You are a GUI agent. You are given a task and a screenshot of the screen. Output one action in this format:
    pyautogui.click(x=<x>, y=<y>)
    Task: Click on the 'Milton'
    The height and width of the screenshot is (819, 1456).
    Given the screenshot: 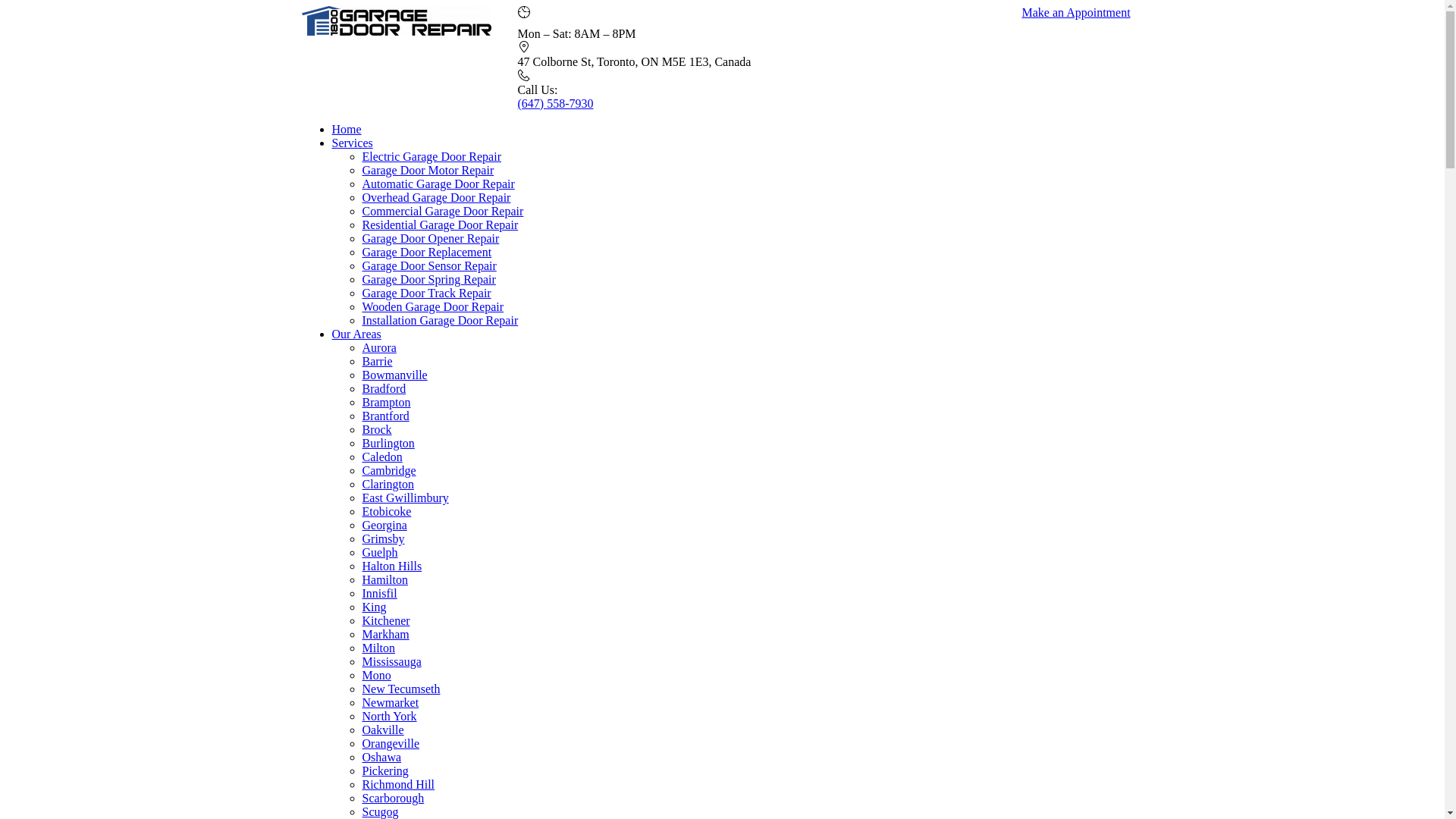 What is the action you would take?
    pyautogui.click(x=378, y=648)
    